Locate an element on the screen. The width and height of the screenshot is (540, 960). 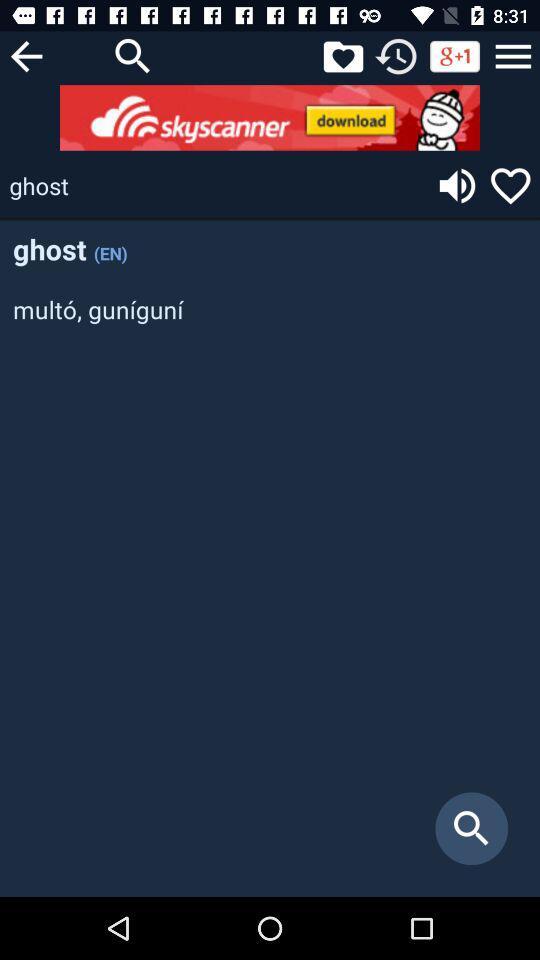
menu is located at coordinates (513, 55).